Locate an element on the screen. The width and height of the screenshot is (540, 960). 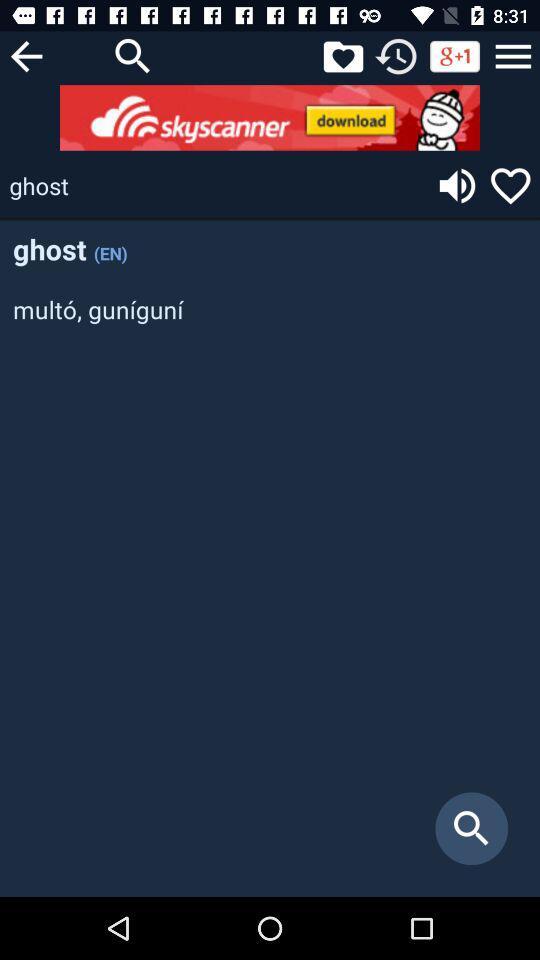
menu is located at coordinates (513, 55).